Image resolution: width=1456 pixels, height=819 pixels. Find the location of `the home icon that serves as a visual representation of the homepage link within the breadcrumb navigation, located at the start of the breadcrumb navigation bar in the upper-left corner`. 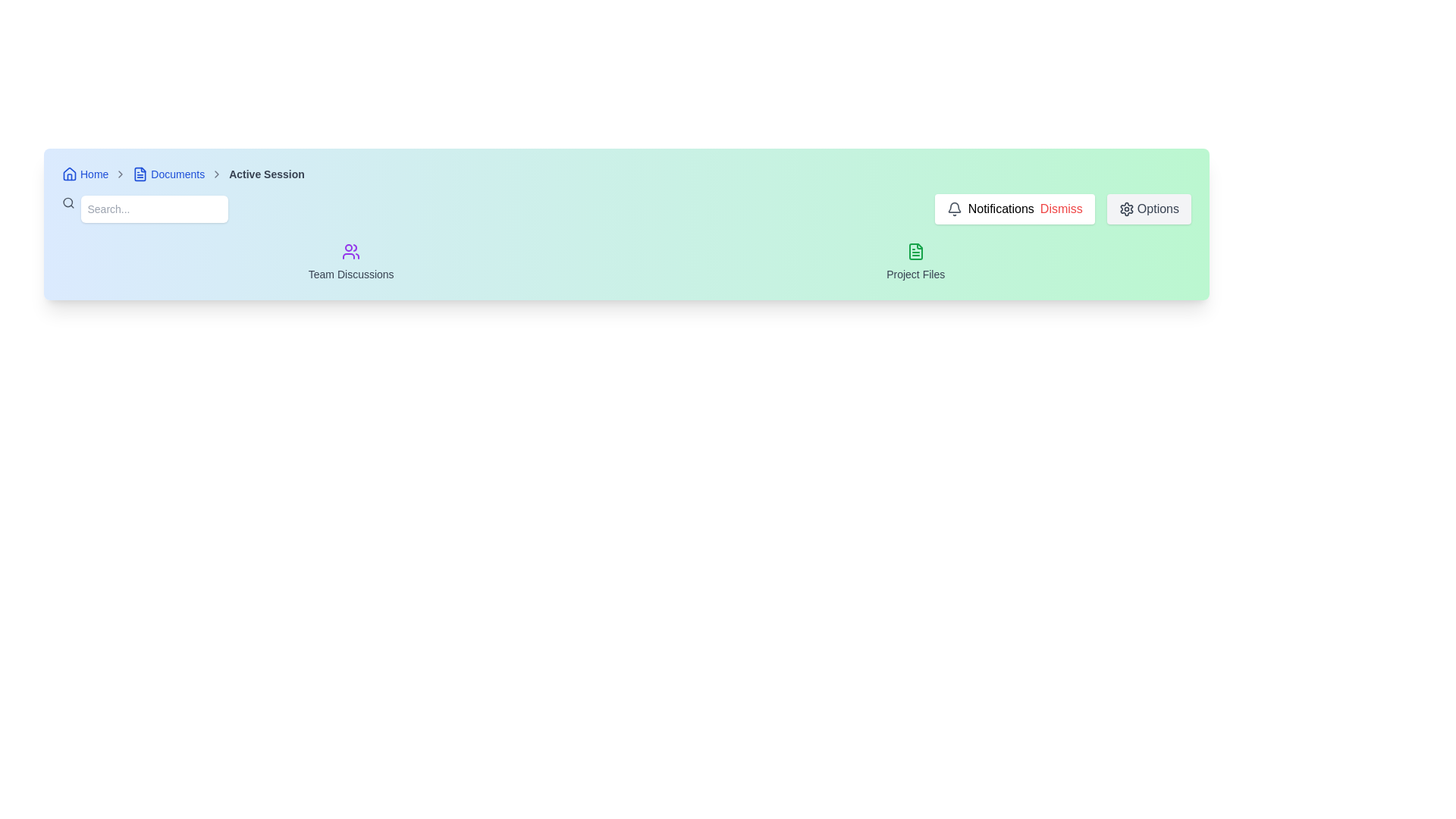

the home icon that serves as a visual representation of the homepage link within the breadcrumb navigation, located at the start of the breadcrumb navigation bar in the upper-left corner is located at coordinates (68, 174).